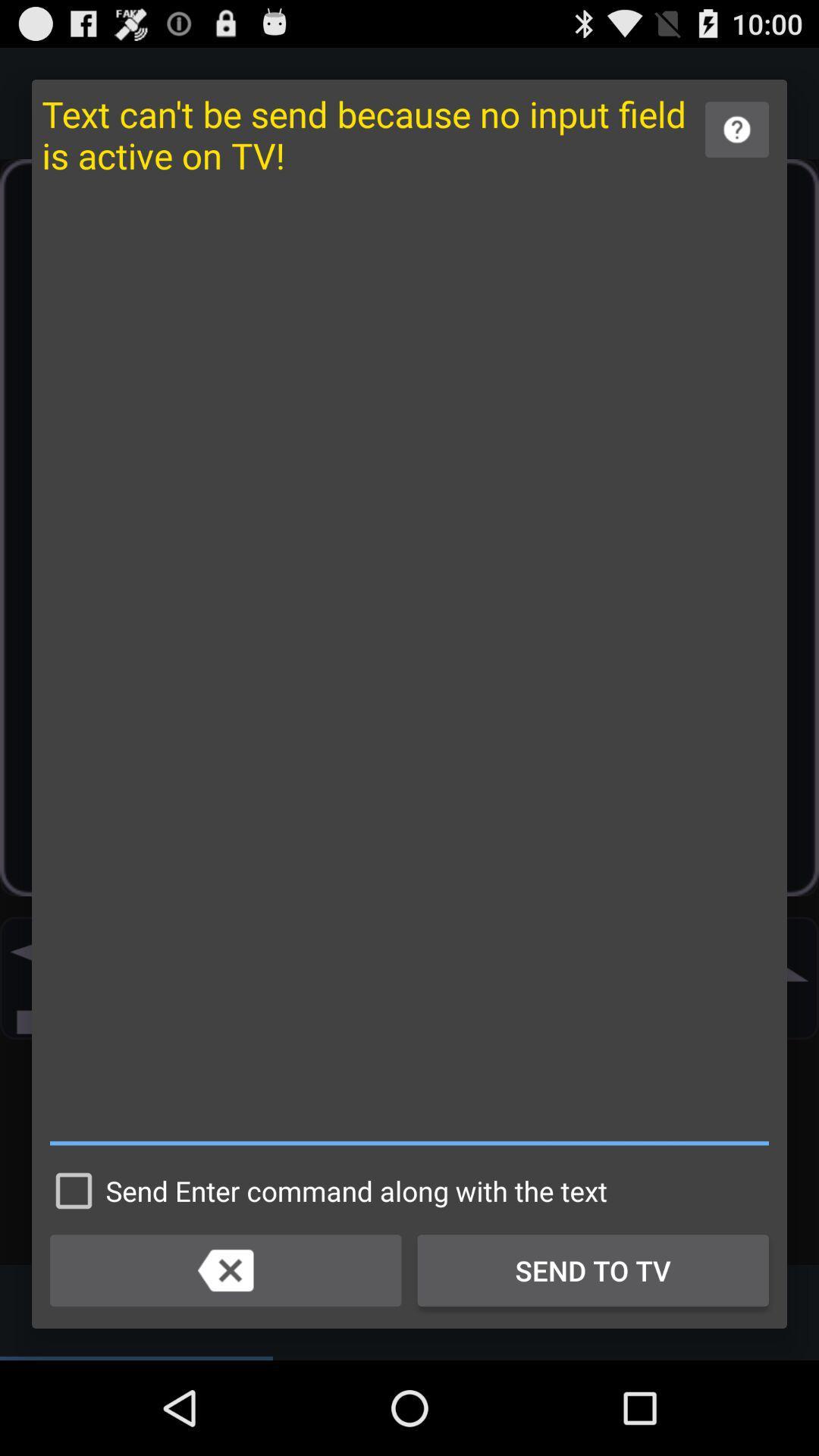  Describe the element at coordinates (409, 668) in the screenshot. I see `item above the send enter command item` at that location.